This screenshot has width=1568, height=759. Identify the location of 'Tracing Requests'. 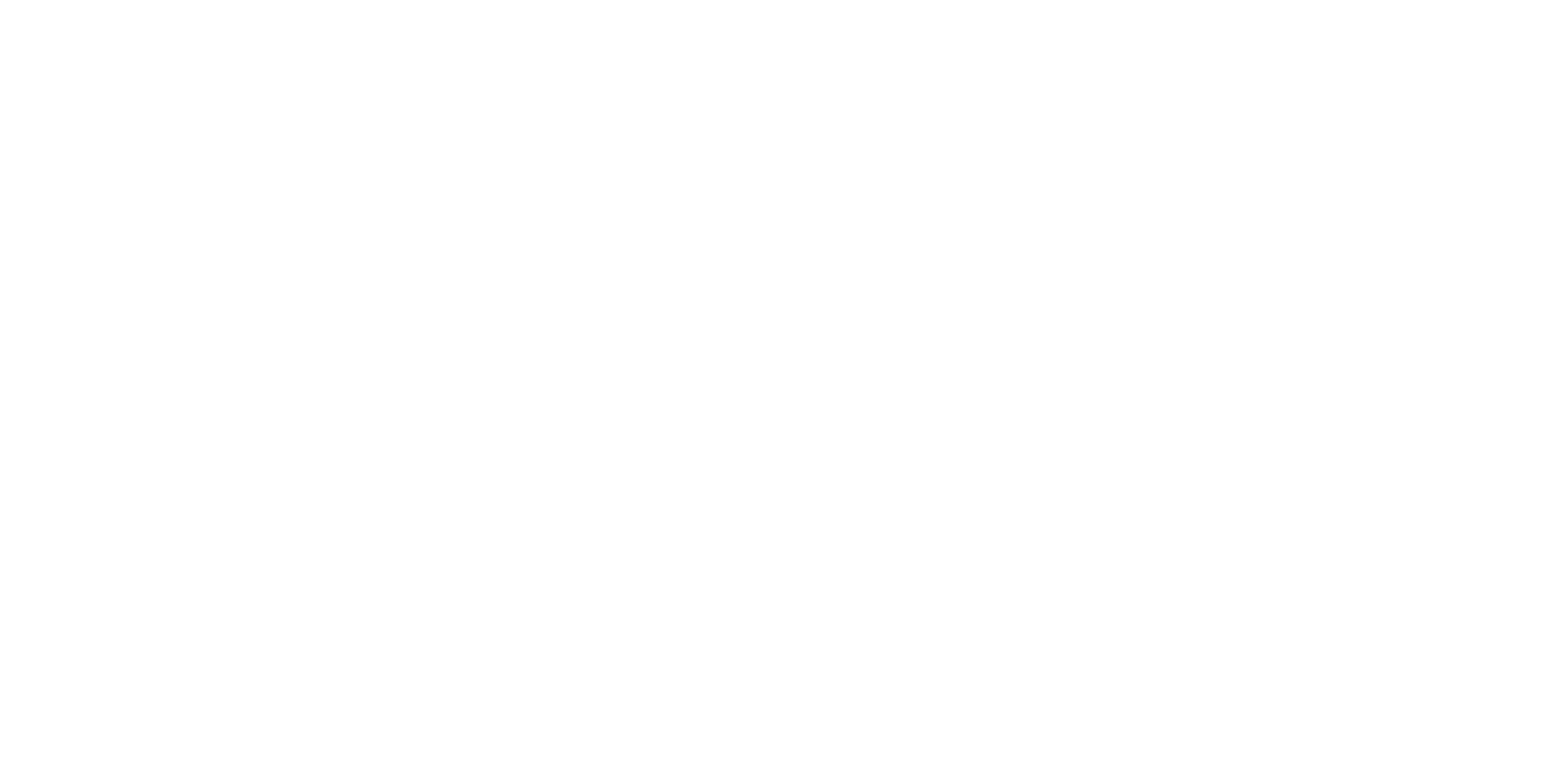
(1060, 100).